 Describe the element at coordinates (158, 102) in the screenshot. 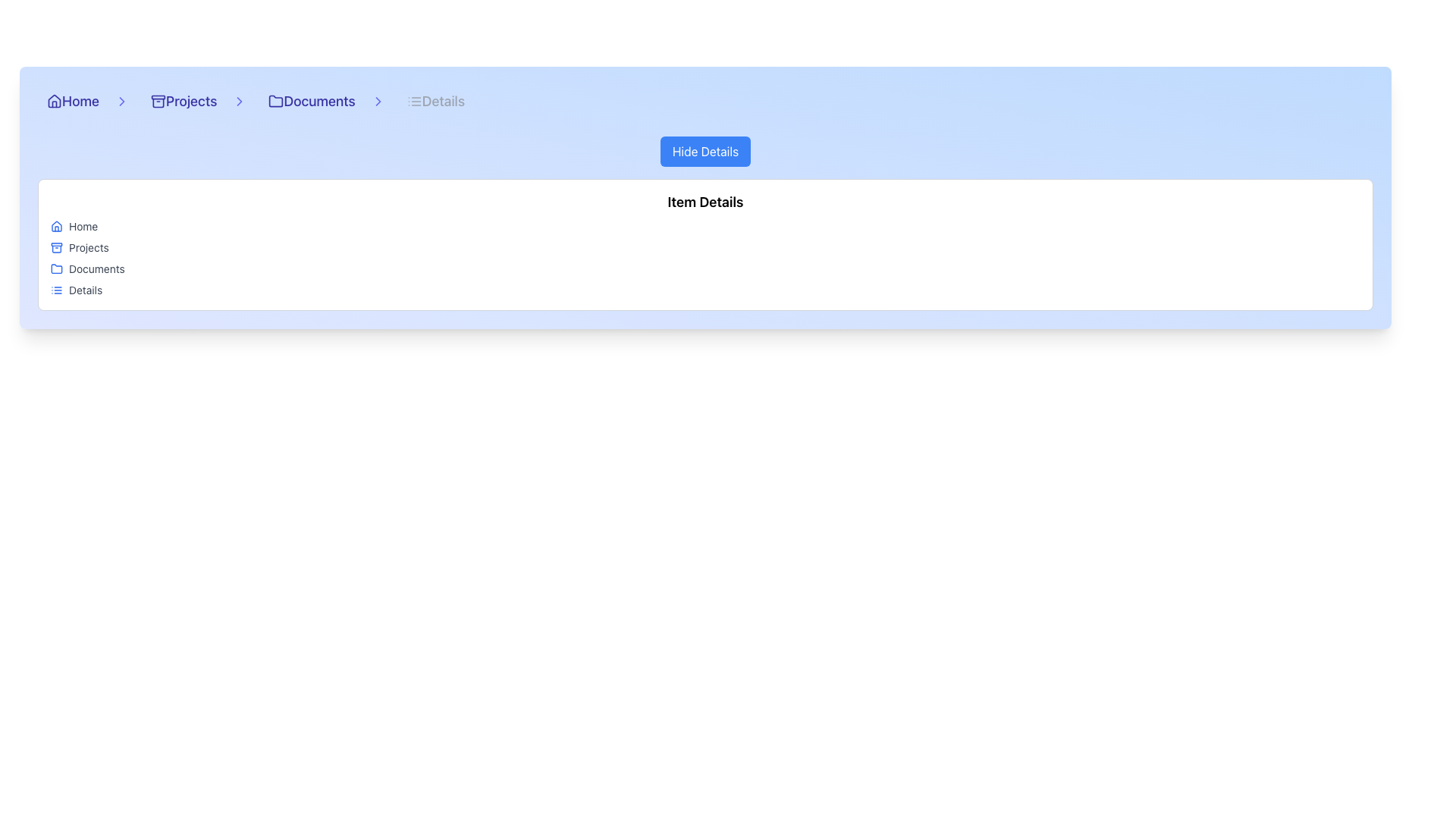

I see `the SVG archive box icon located in the navigation bar, immediately to the left of the 'Projects' label` at that location.